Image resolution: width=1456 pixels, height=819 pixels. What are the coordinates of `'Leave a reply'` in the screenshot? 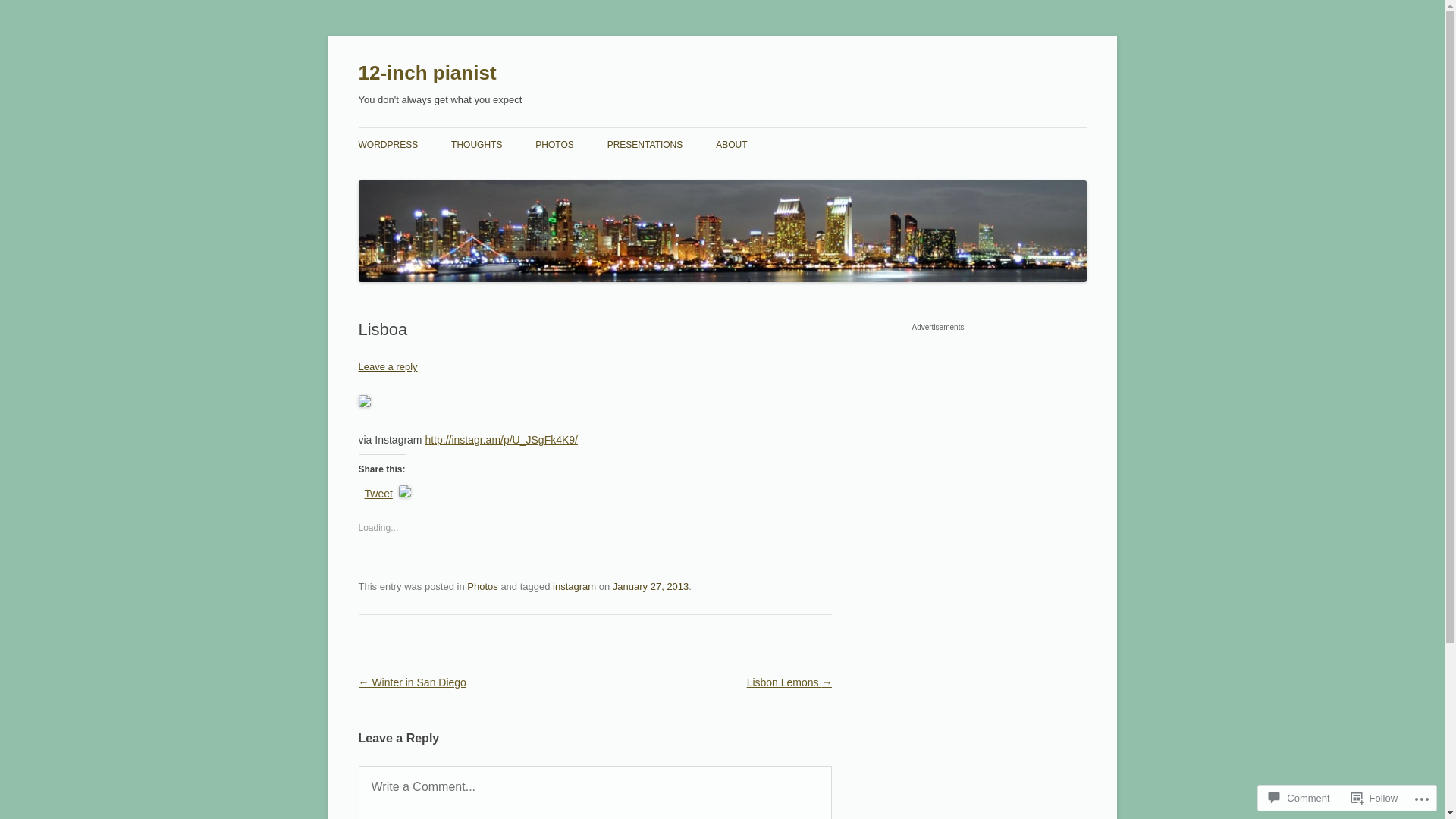 It's located at (356, 366).